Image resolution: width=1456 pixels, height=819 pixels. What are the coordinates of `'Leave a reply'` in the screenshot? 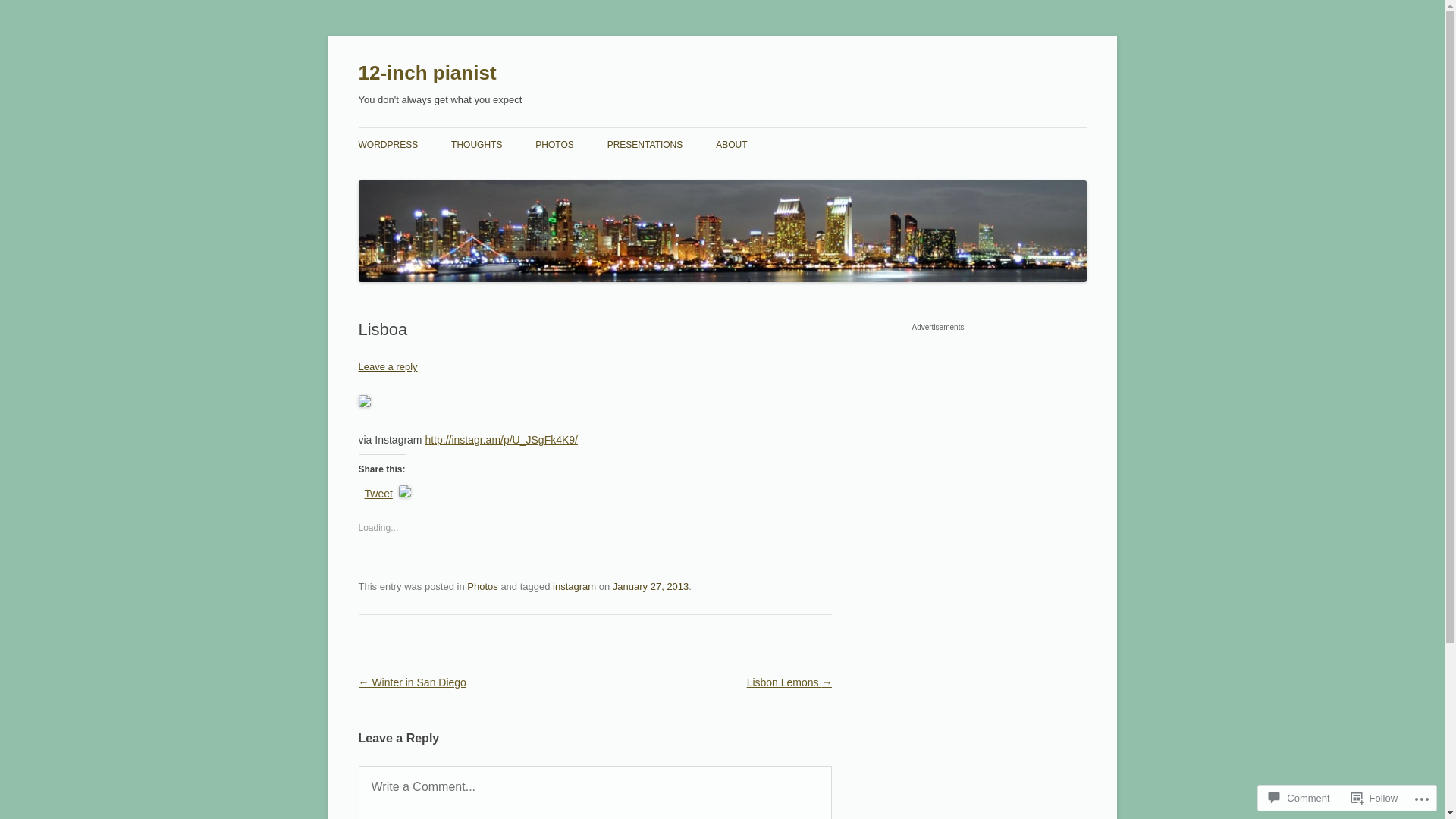 It's located at (356, 366).